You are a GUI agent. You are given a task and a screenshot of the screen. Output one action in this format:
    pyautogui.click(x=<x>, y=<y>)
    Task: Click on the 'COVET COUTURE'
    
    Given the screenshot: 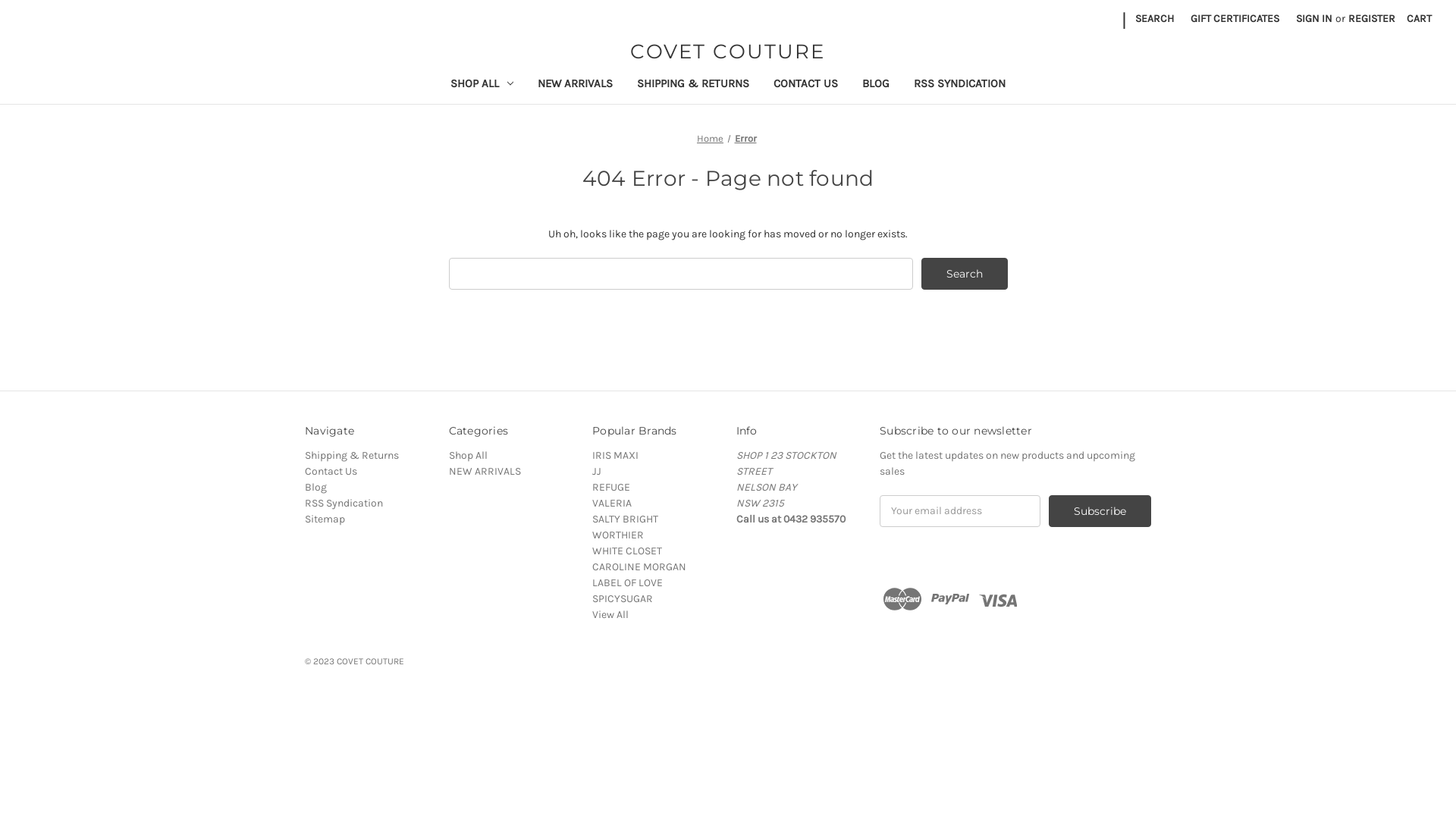 What is the action you would take?
    pyautogui.click(x=726, y=51)
    